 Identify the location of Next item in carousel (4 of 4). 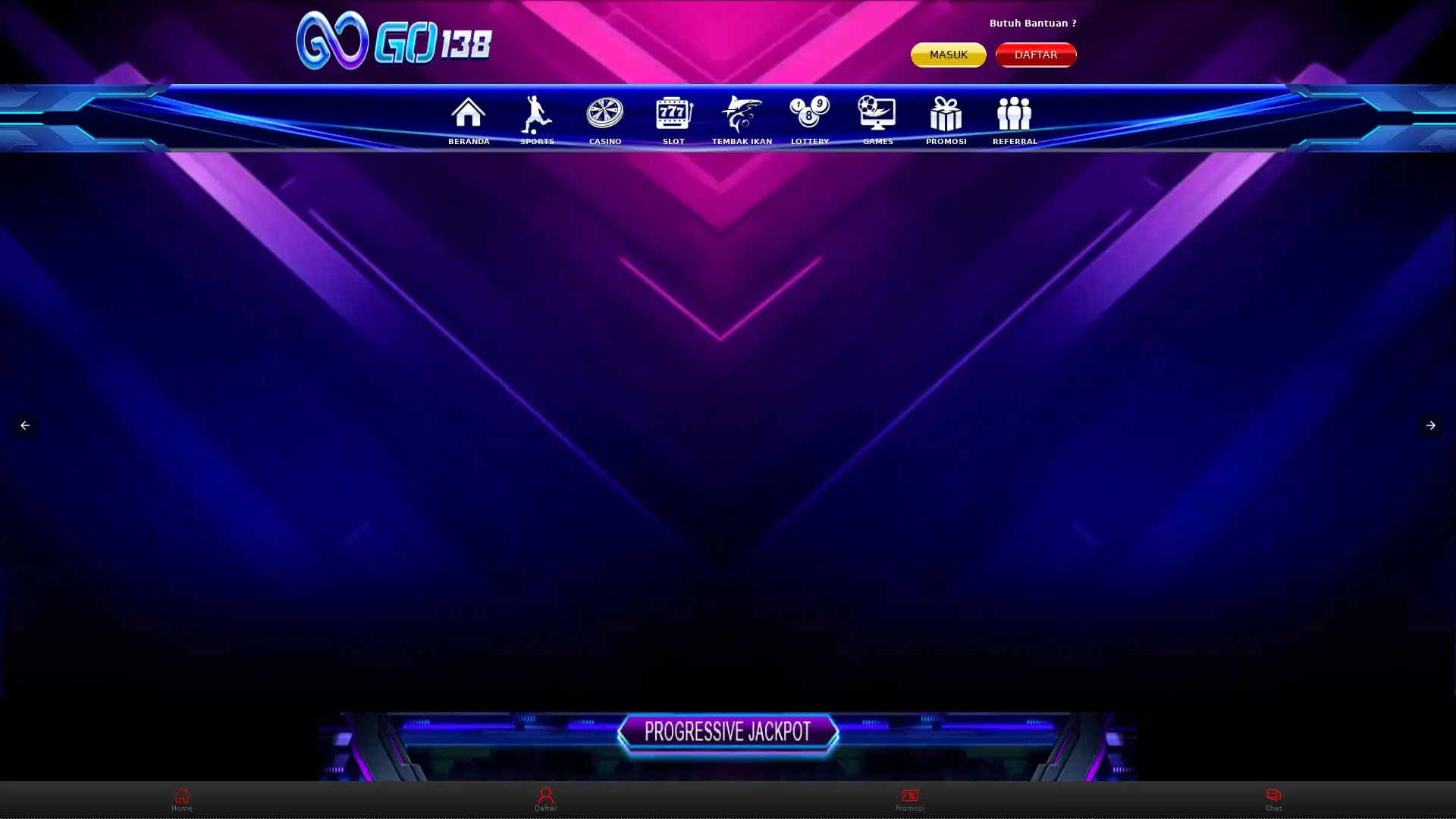
(1429, 425).